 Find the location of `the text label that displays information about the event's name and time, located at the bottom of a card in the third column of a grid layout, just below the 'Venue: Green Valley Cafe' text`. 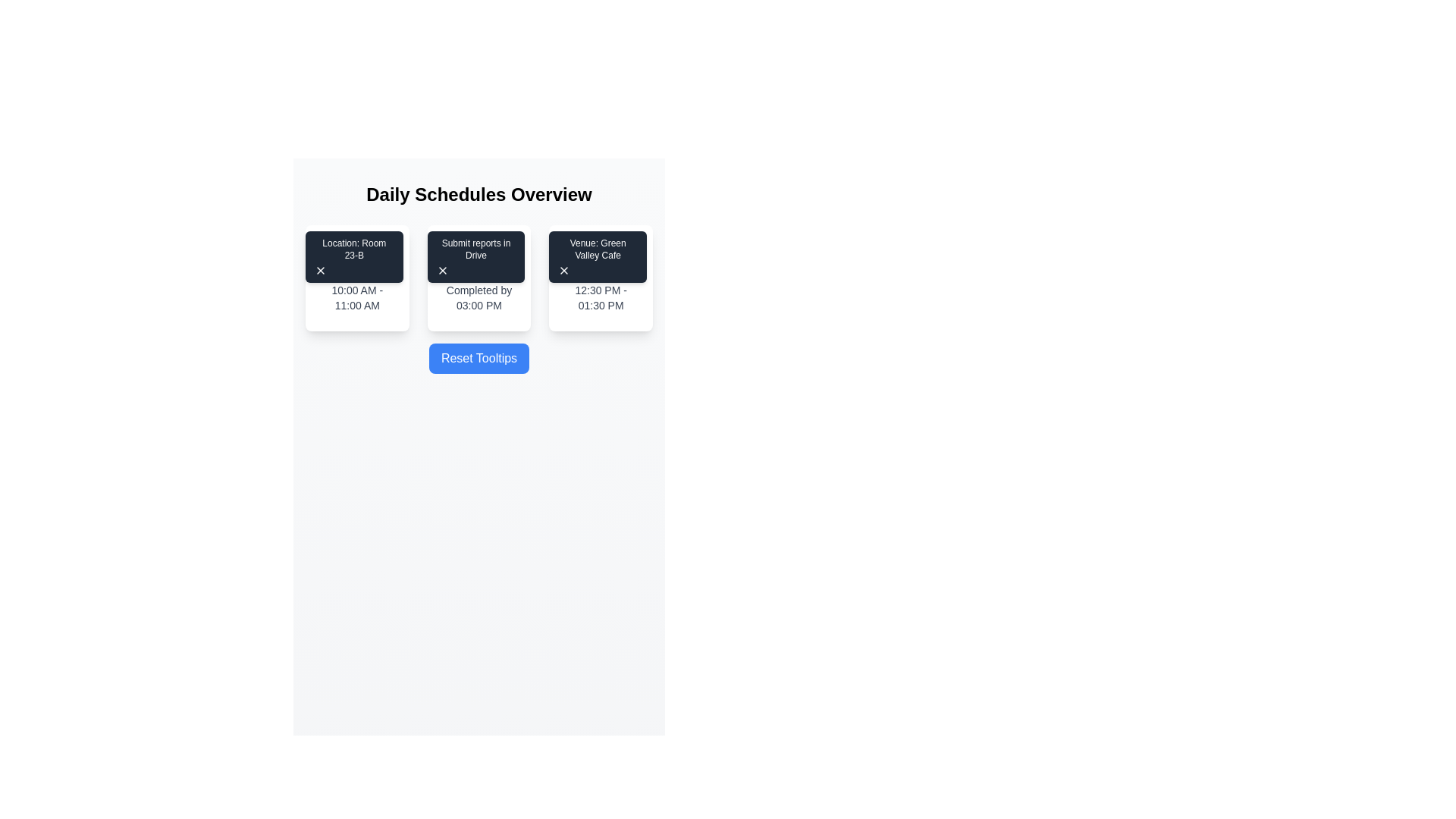

the text label that displays information about the event's name and time, located at the bottom of a card in the third column of a grid layout, just below the 'Venue: Green Valley Cafe' text is located at coordinates (600, 278).